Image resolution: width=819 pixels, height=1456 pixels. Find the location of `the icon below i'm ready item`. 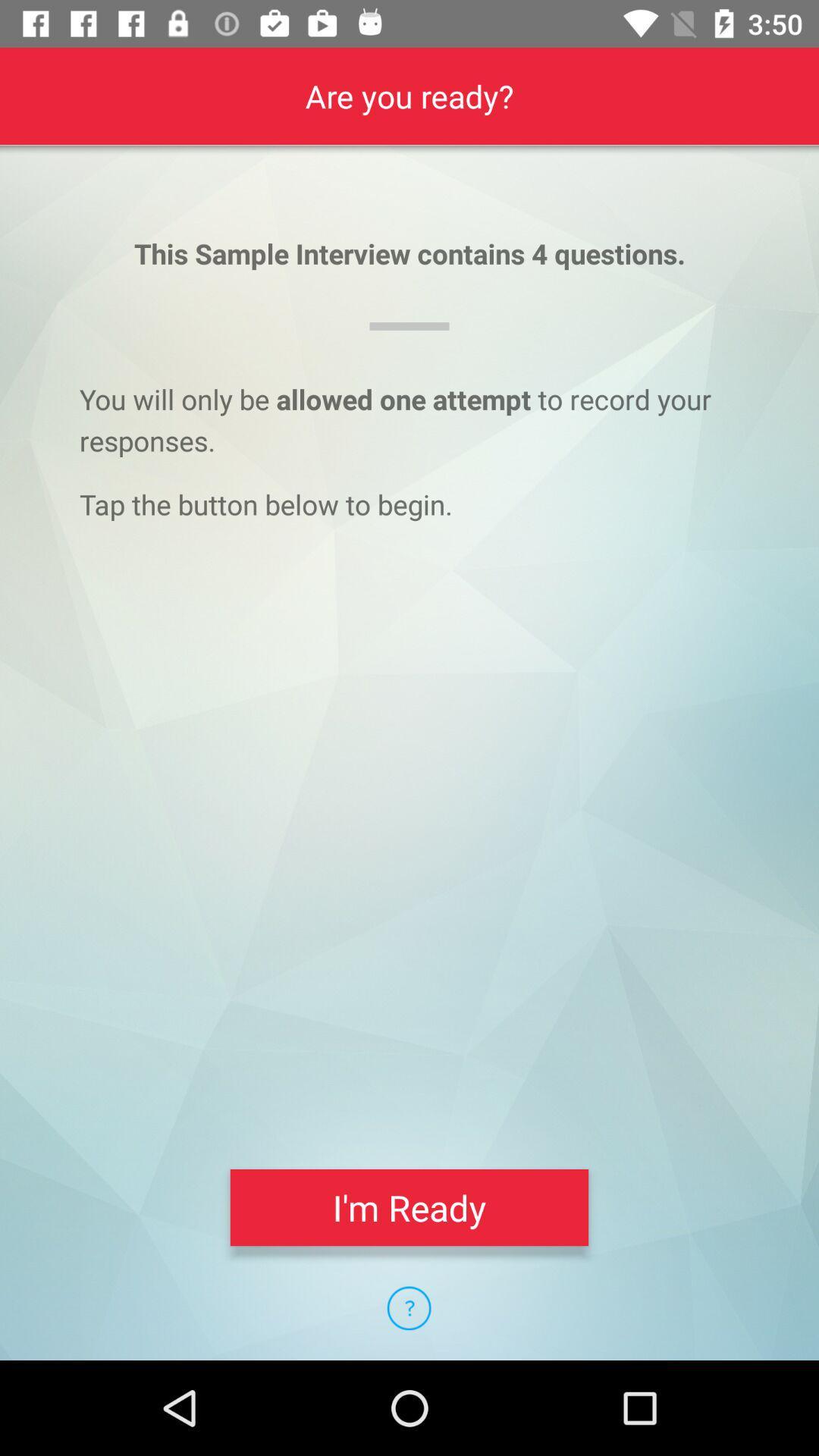

the icon below i'm ready item is located at coordinates (408, 1307).